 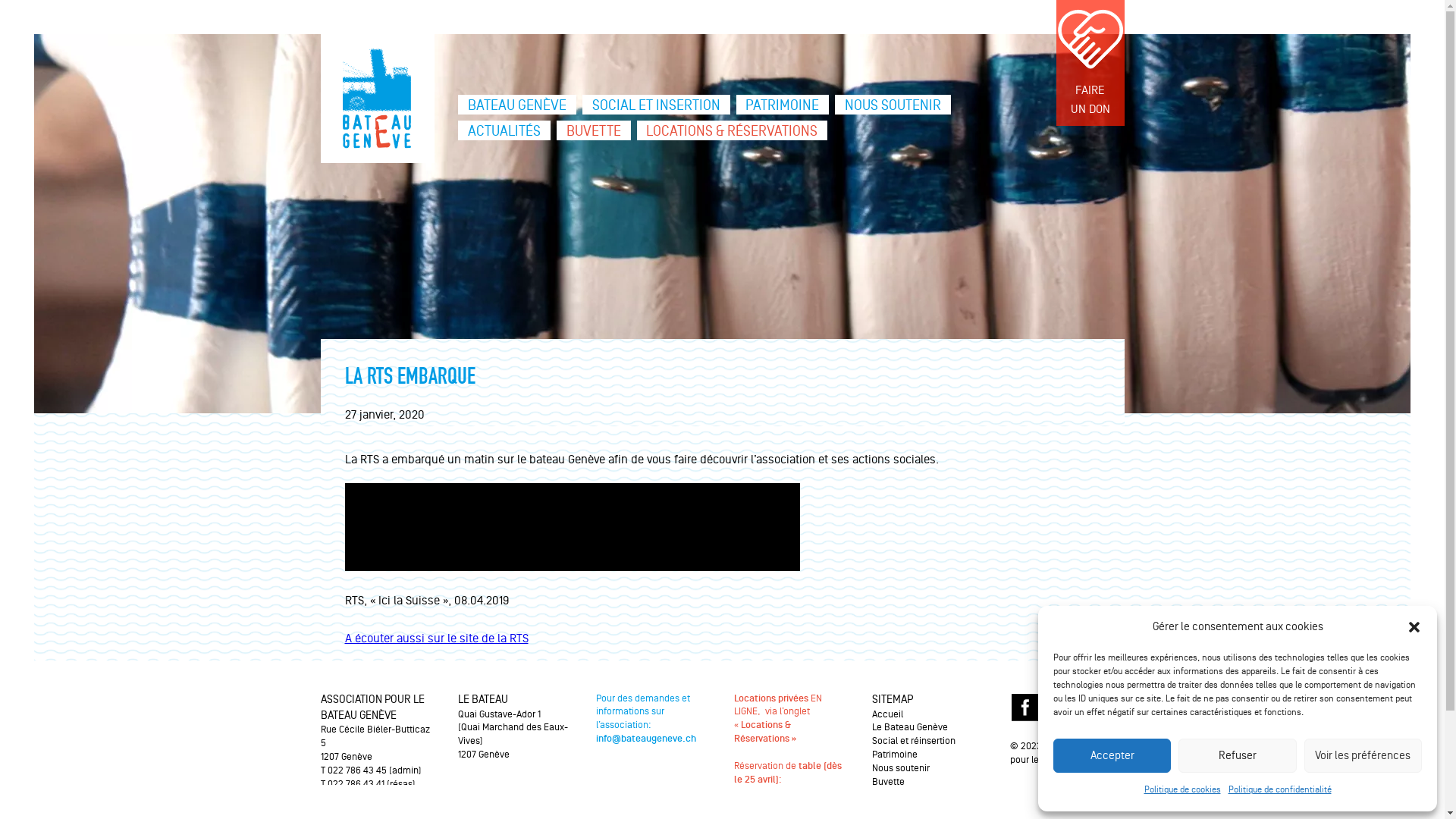 What do you see at coordinates (1009, 708) in the screenshot?
I see `'FACEBOOK'` at bounding box center [1009, 708].